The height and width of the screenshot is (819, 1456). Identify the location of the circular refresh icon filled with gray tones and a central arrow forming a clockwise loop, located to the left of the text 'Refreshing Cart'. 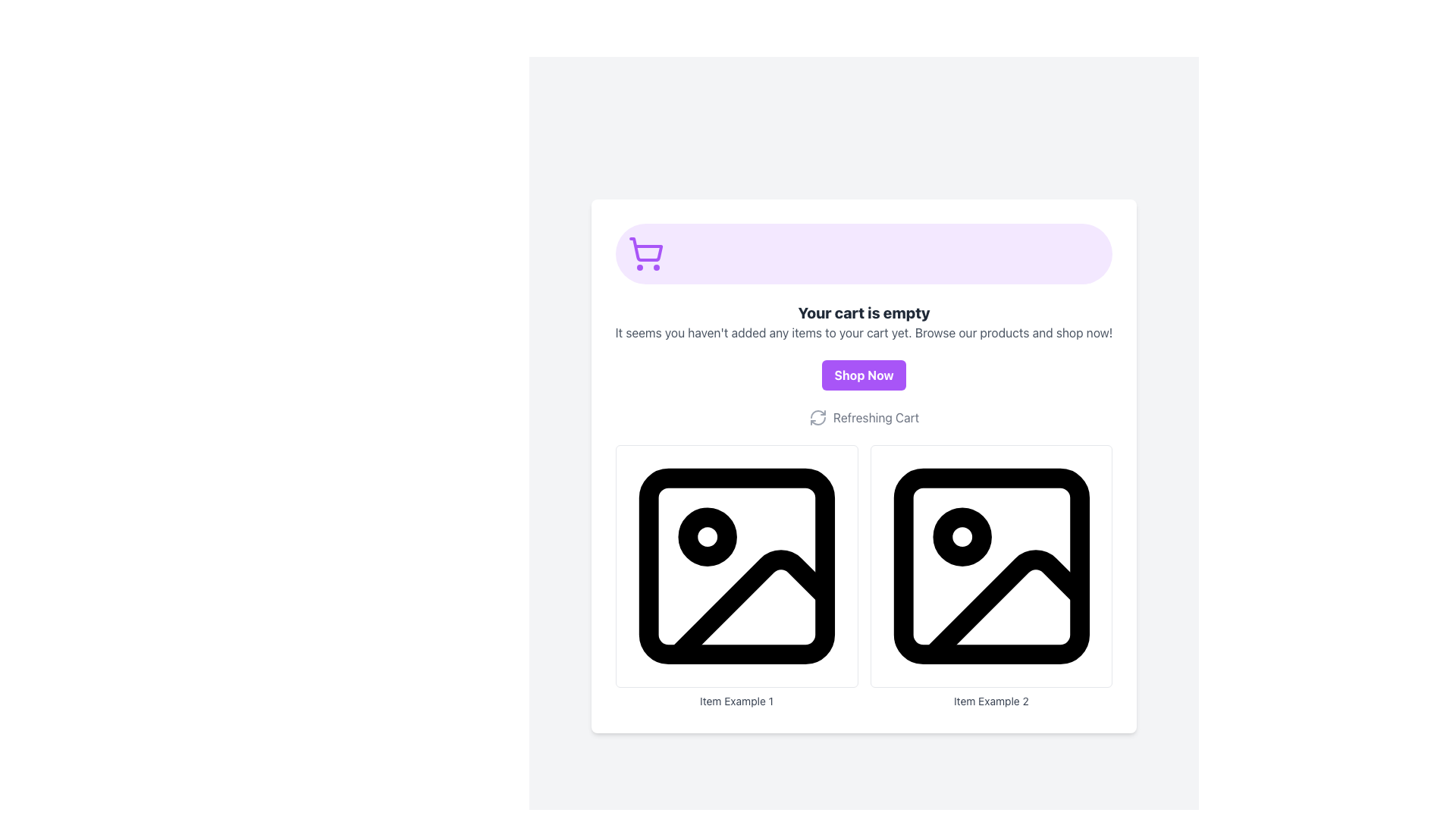
(817, 418).